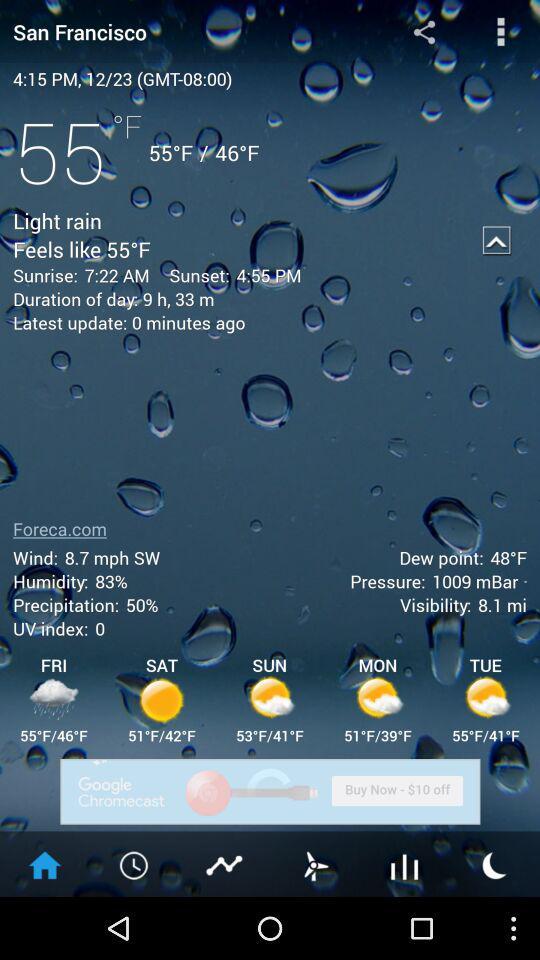 Image resolution: width=540 pixels, height=960 pixels. What do you see at coordinates (494, 925) in the screenshot?
I see `the weather icon` at bounding box center [494, 925].